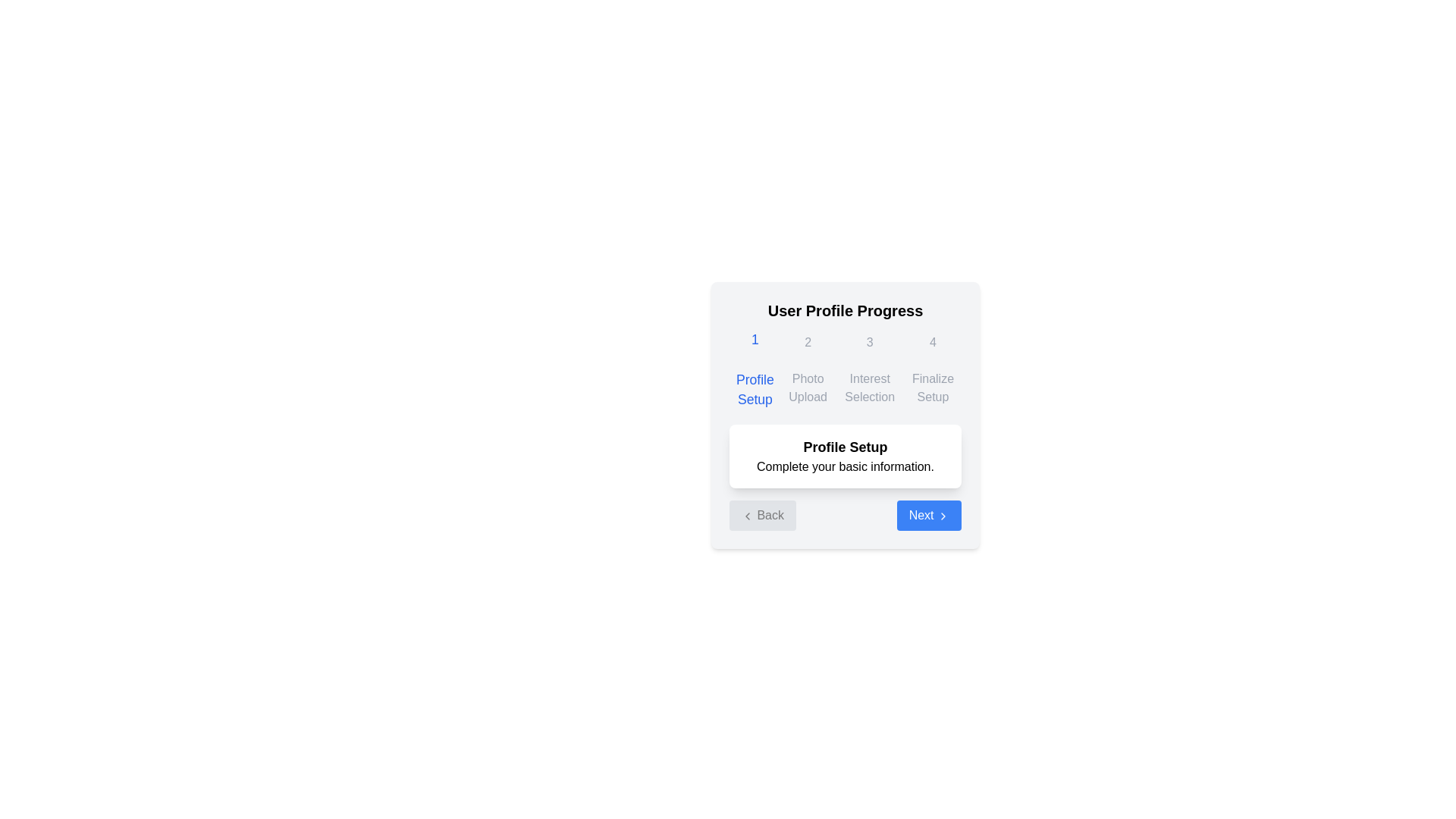 This screenshot has height=819, width=1456. I want to click on the progress indicator which indicates the second step in a multi-step process, positioned above the 'Photo Upload' label, so click(807, 348).